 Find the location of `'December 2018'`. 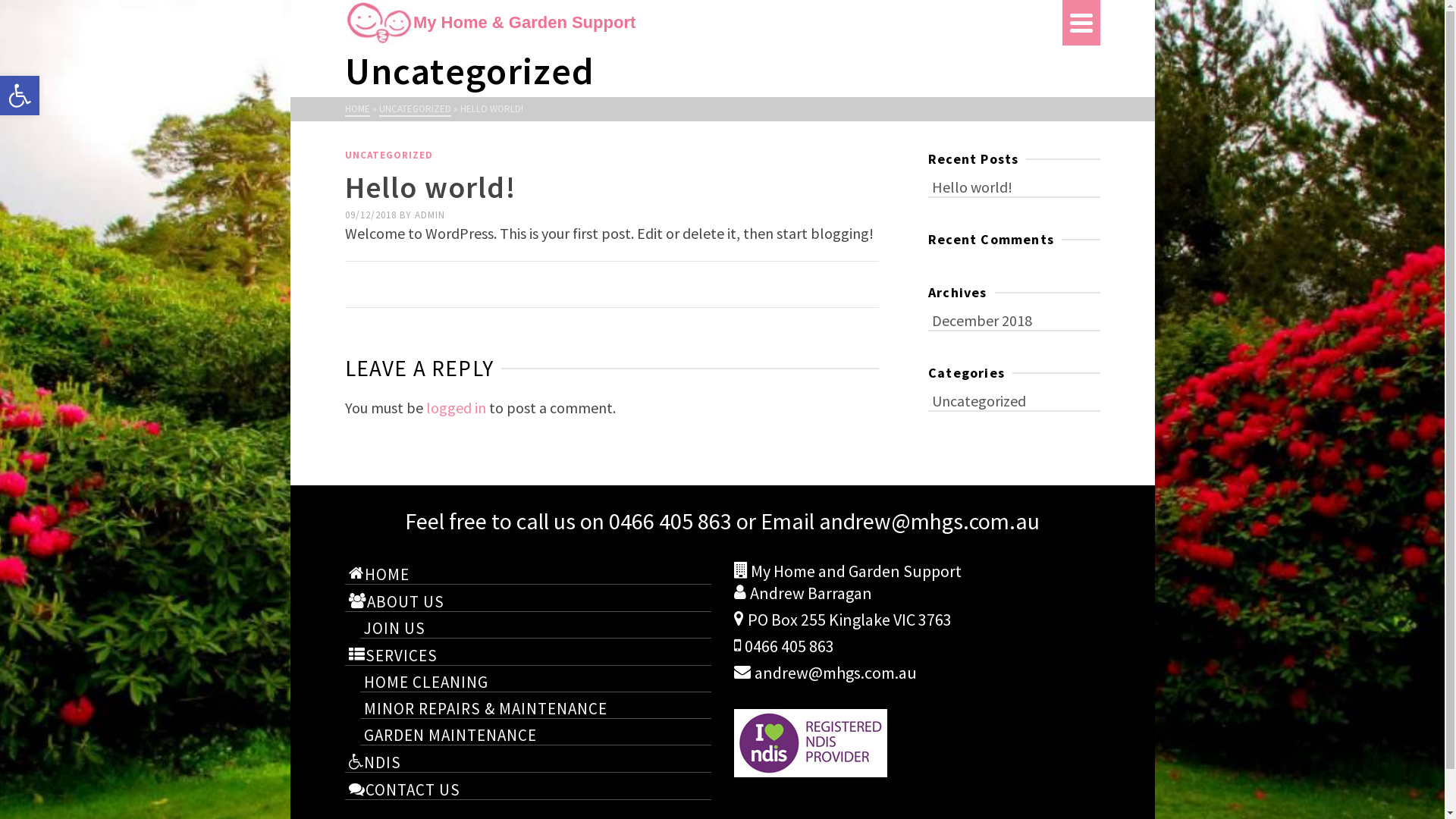

'December 2018' is located at coordinates (1014, 318).